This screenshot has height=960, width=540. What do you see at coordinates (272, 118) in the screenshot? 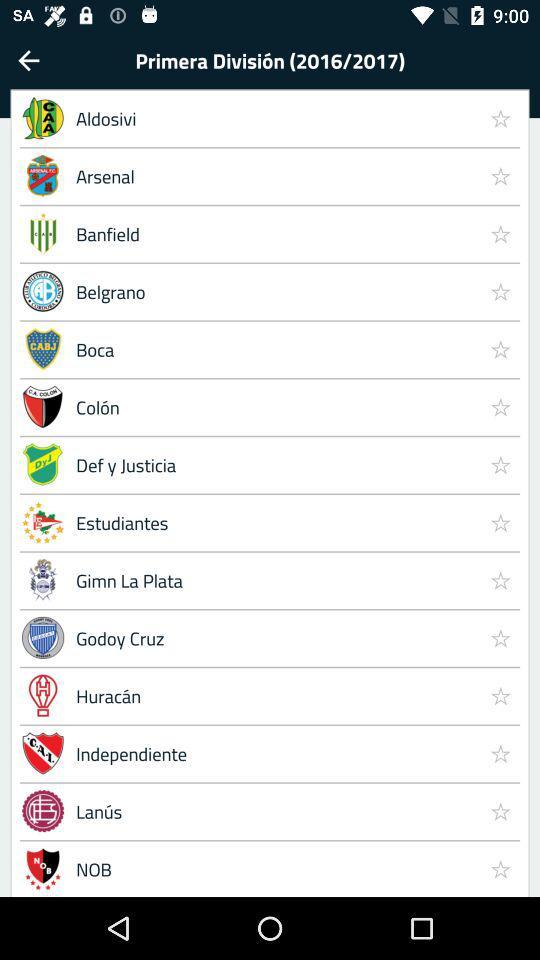
I see `aldosivi item` at bounding box center [272, 118].